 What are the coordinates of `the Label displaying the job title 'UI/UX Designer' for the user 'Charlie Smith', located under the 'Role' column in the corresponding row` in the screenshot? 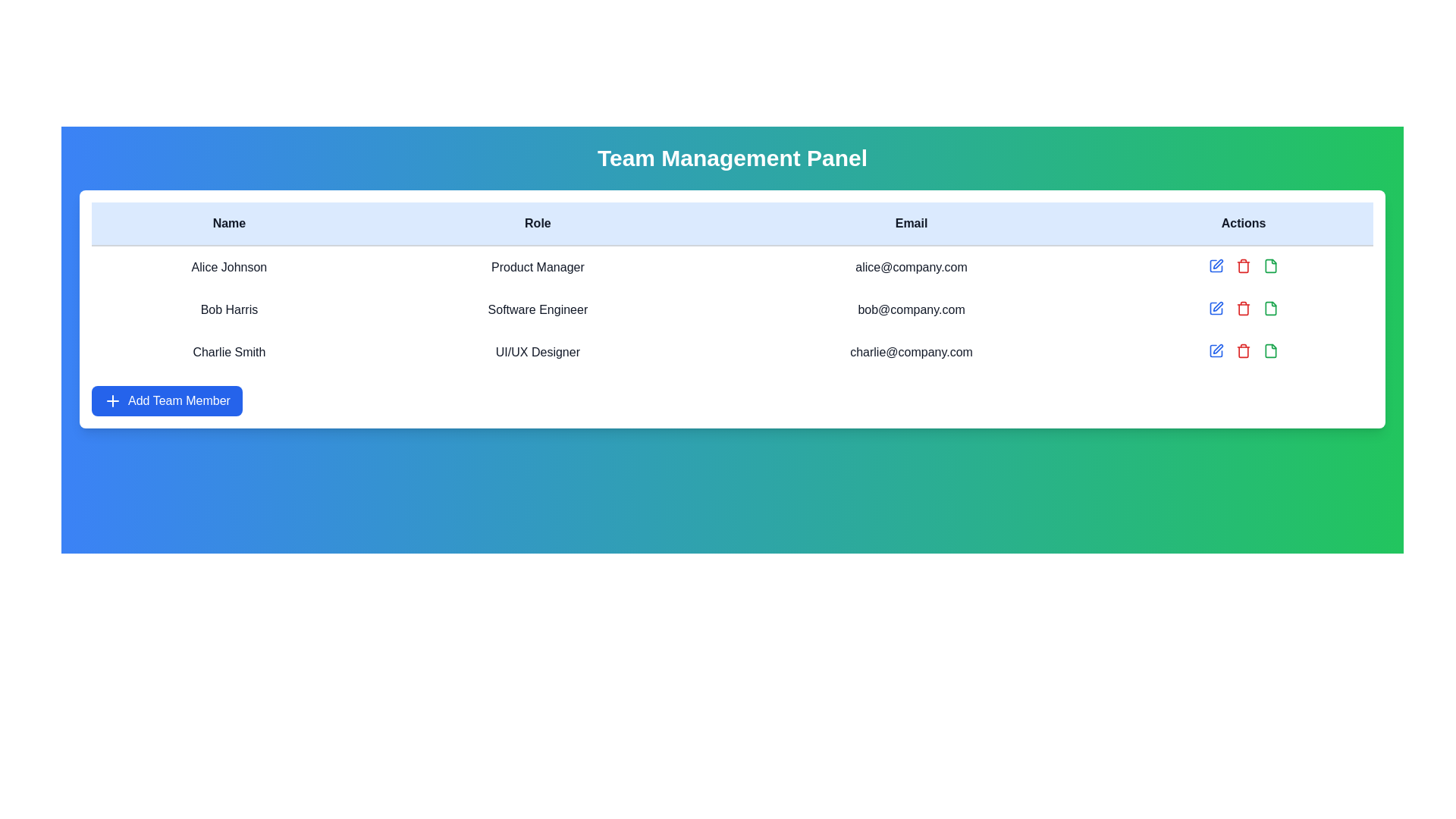 It's located at (538, 353).